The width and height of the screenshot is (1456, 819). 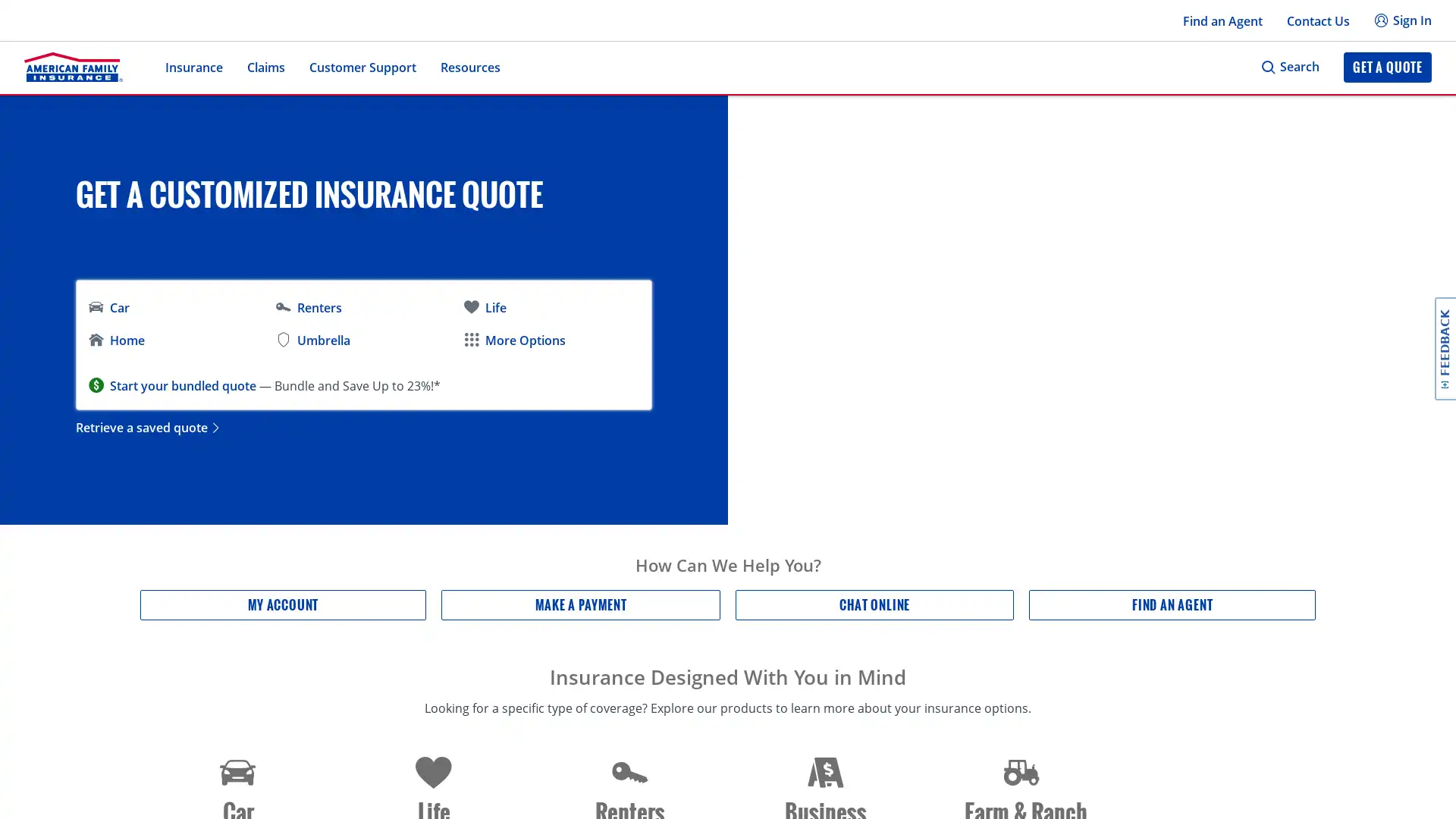 I want to click on Search, so click(x=1289, y=66).